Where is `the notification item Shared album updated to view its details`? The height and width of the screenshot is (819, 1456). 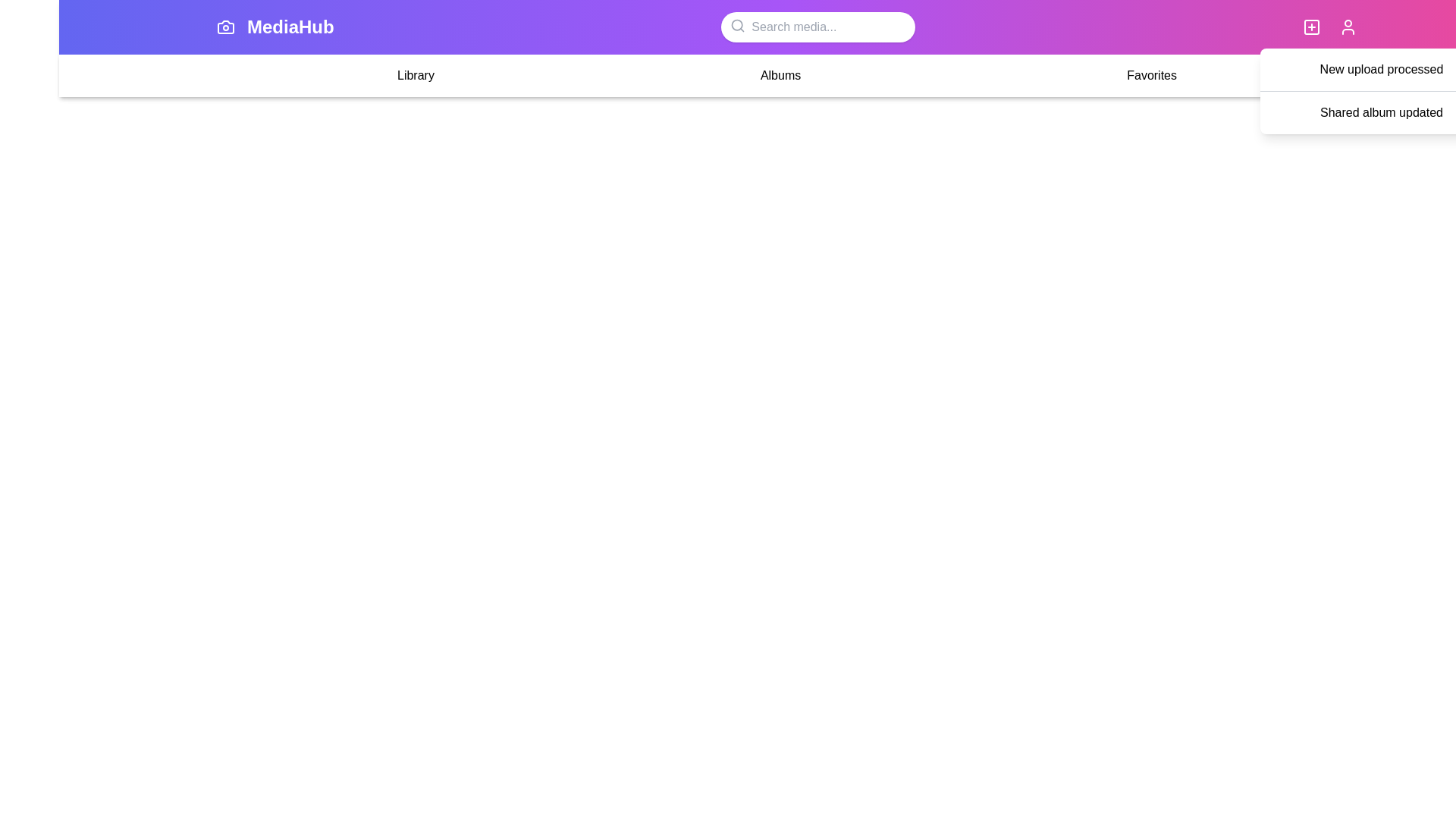 the notification item Shared album updated to view its details is located at coordinates (1382, 111).